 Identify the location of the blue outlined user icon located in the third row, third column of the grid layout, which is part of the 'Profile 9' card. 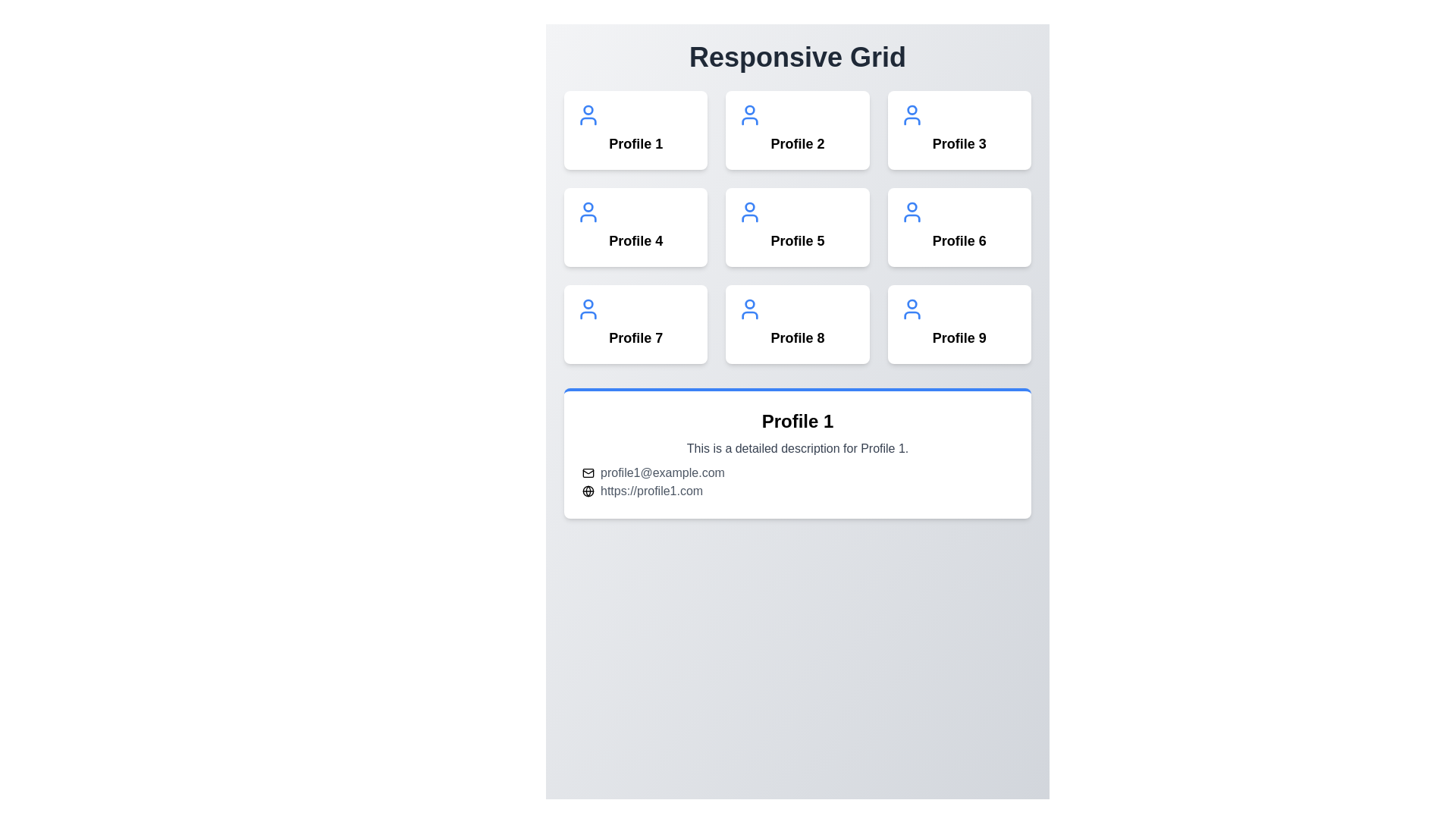
(911, 309).